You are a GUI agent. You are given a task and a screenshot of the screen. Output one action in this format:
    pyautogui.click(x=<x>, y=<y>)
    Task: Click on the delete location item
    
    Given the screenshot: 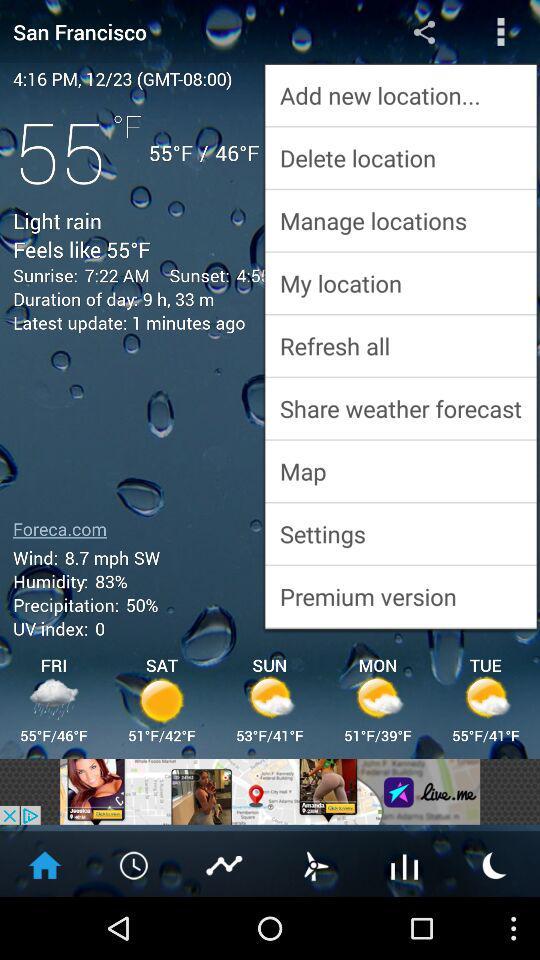 What is the action you would take?
    pyautogui.click(x=400, y=157)
    